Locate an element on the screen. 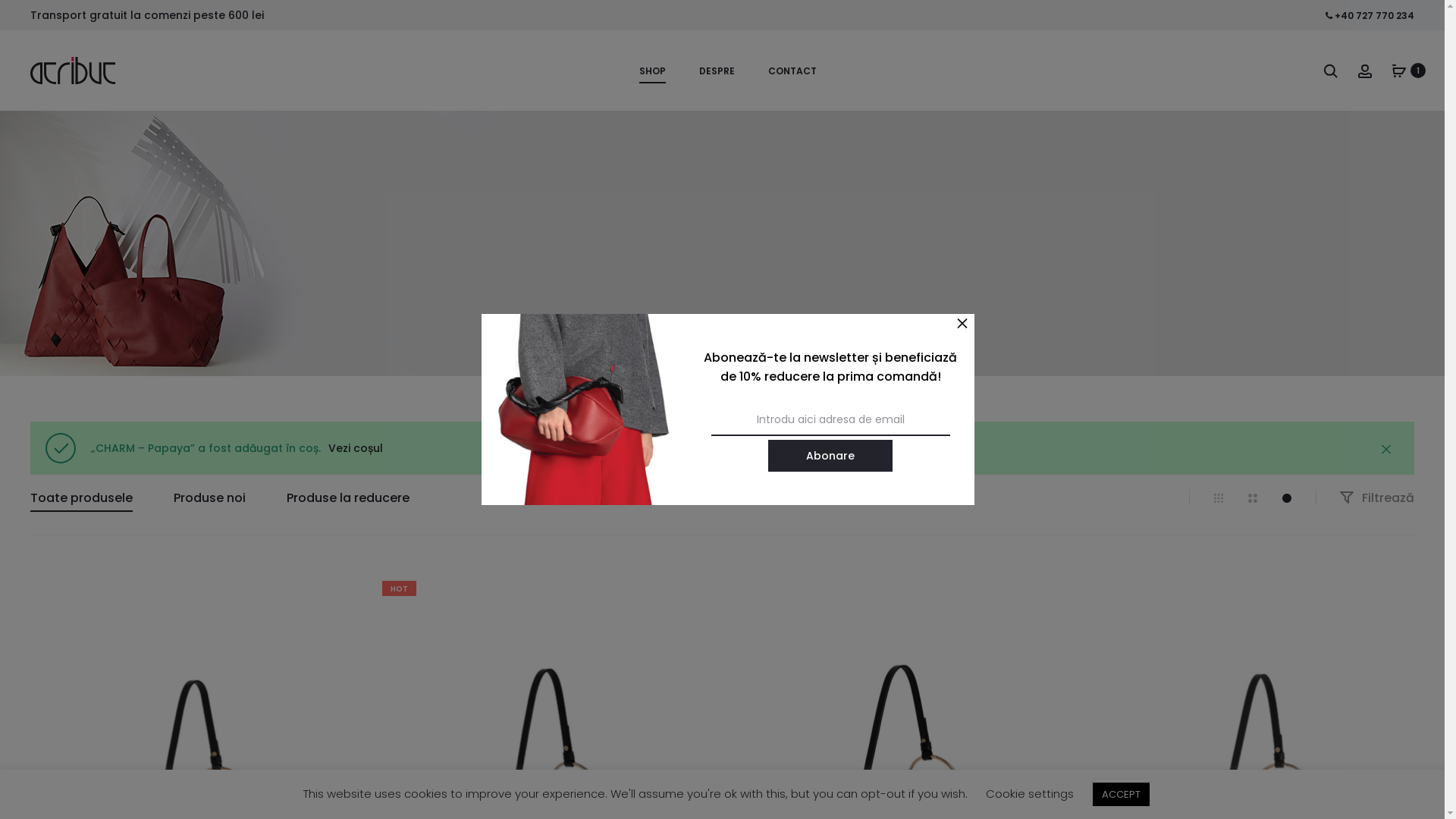  'DESPRE' is located at coordinates (710, 71).